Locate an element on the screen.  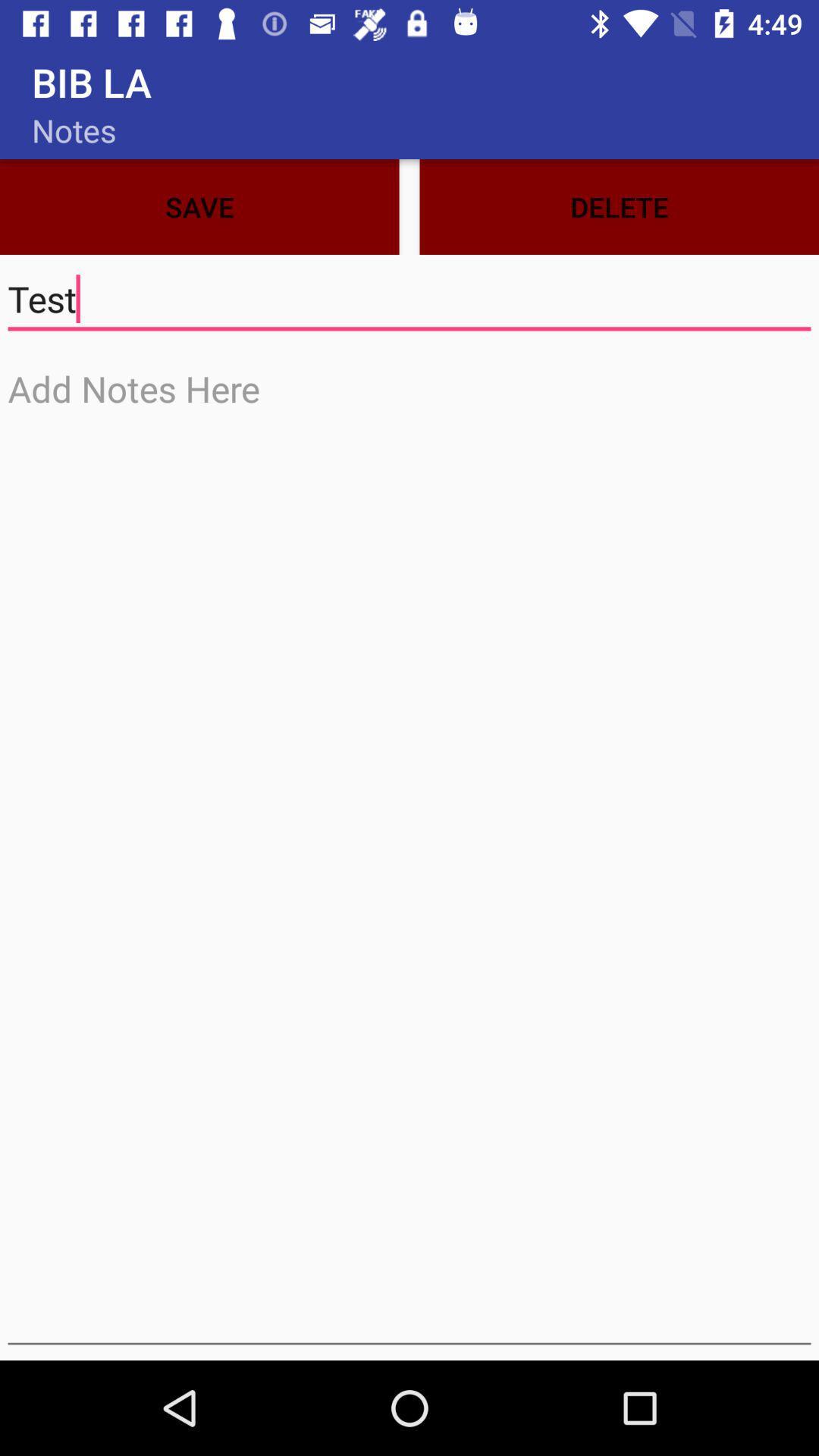
the item above test icon is located at coordinates (199, 206).